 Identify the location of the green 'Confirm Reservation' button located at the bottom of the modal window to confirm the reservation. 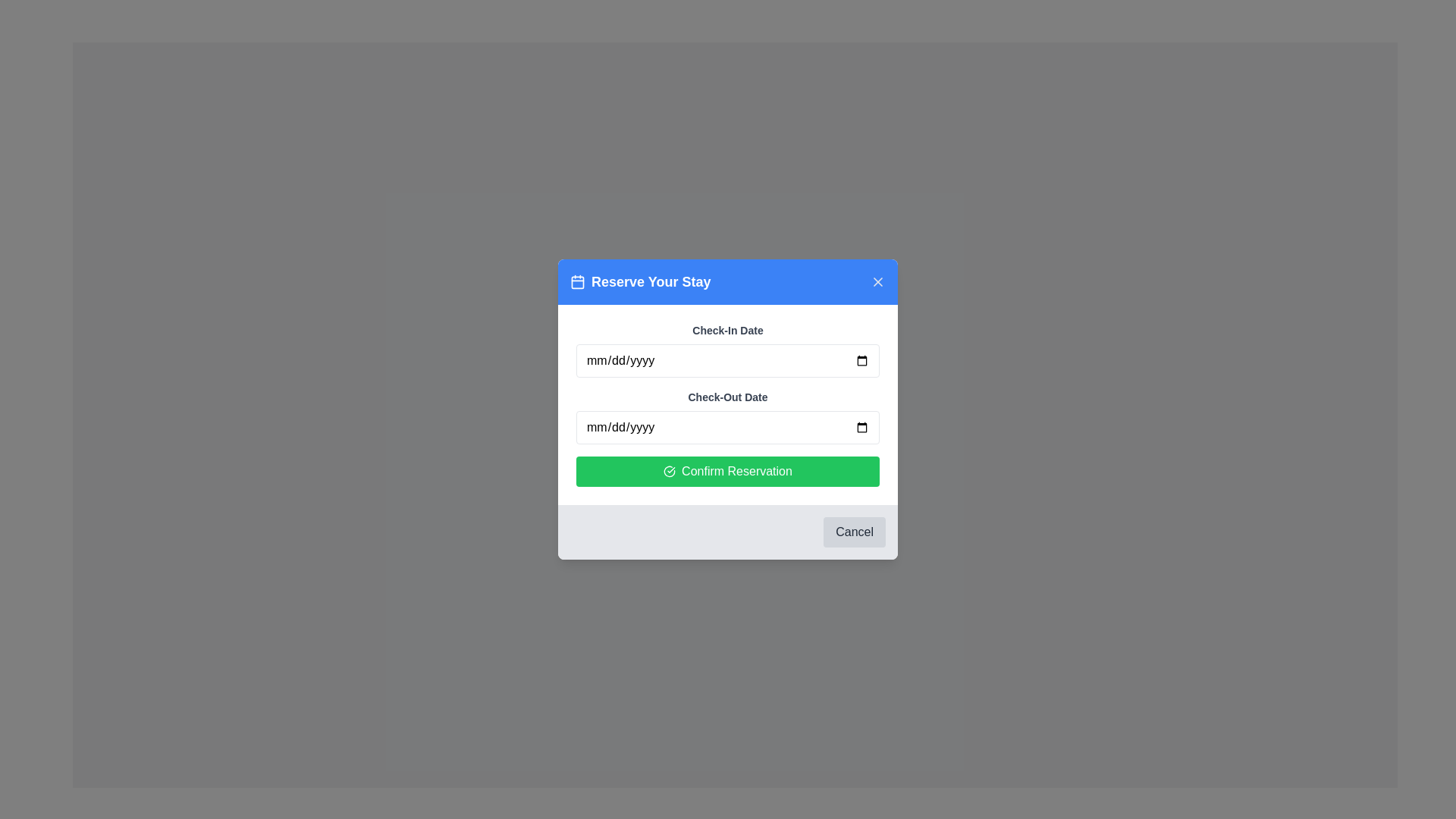
(728, 470).